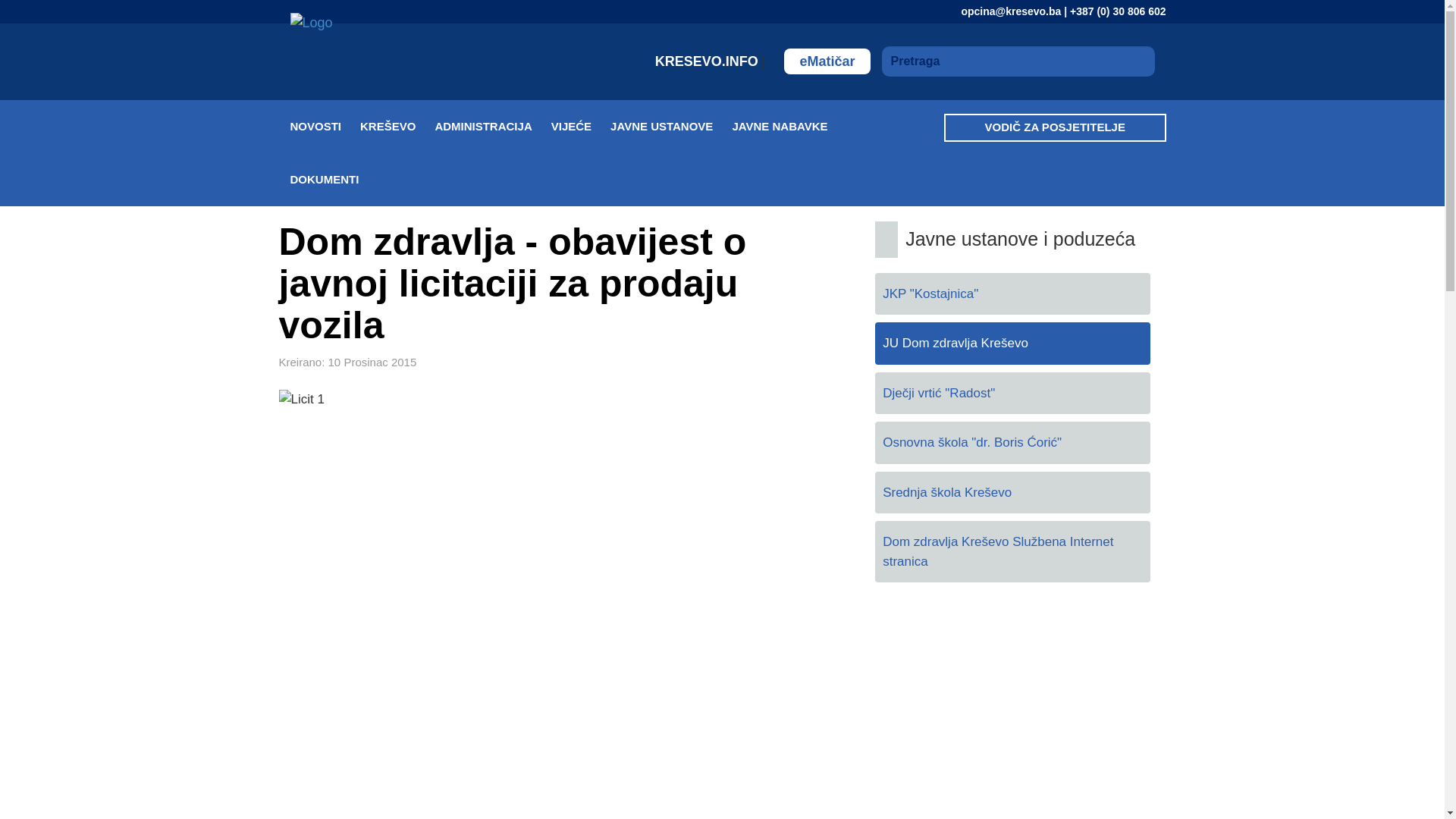 The width and height of the screenshot is (1456, 819). I want to click on 'JAVNE NABAVKE', so click(731, 125).